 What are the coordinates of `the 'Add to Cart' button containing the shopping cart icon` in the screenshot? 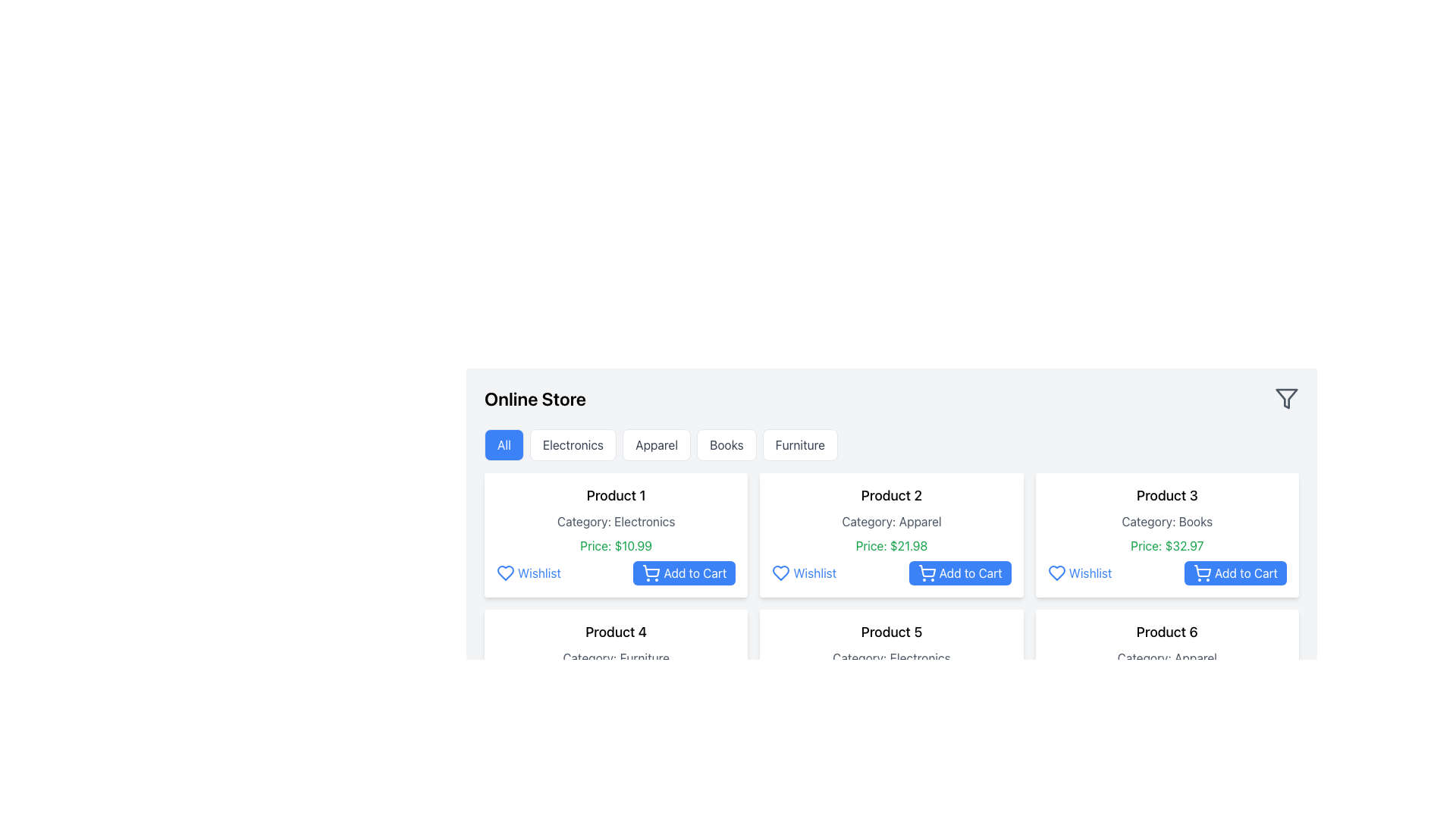 It's located at (926, 571).